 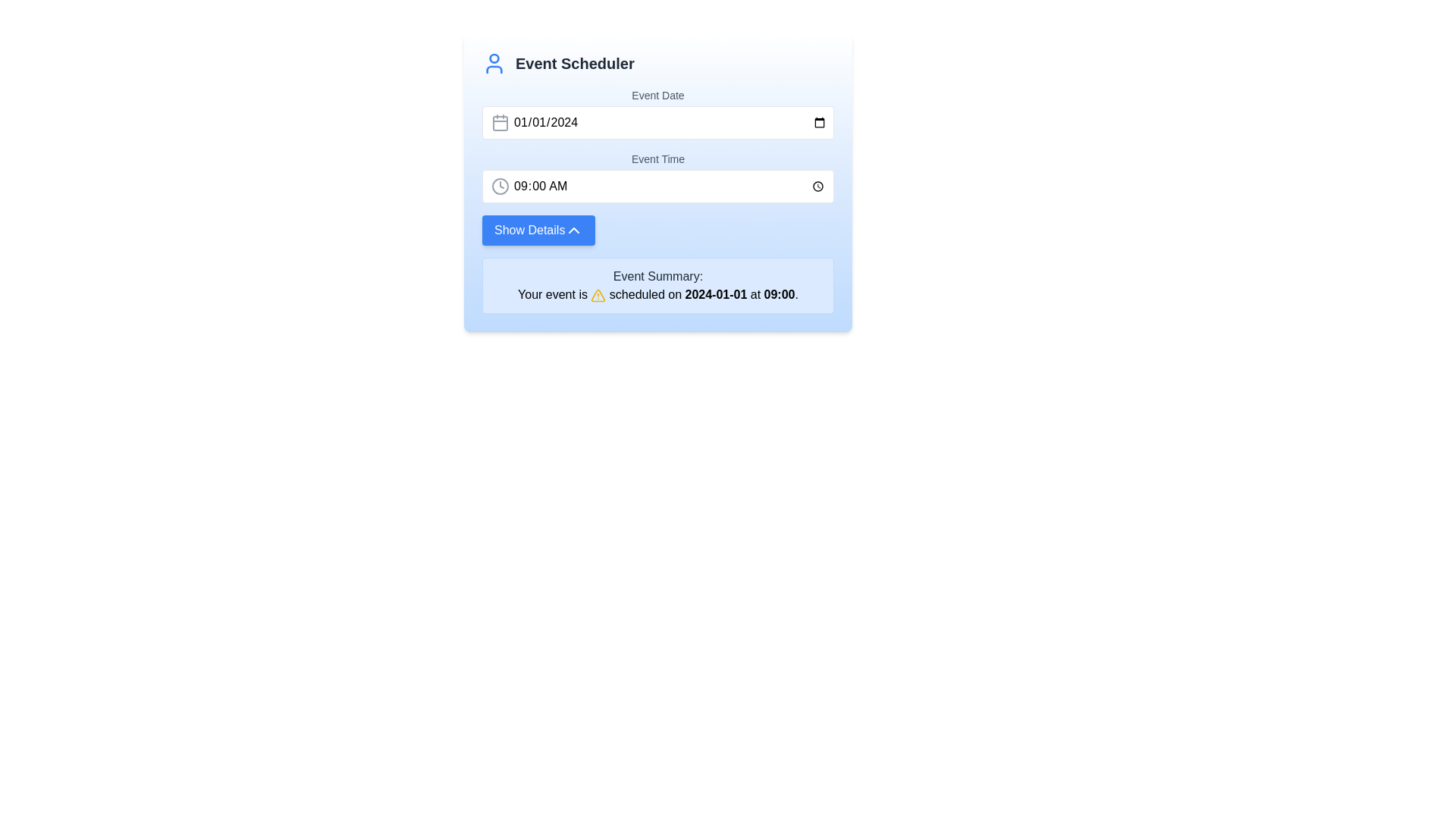 I want to click on the clock icon located to the left of the 'Event Time' input field, which visually indicates the purpose of the time input, so click(x=500, y=186).